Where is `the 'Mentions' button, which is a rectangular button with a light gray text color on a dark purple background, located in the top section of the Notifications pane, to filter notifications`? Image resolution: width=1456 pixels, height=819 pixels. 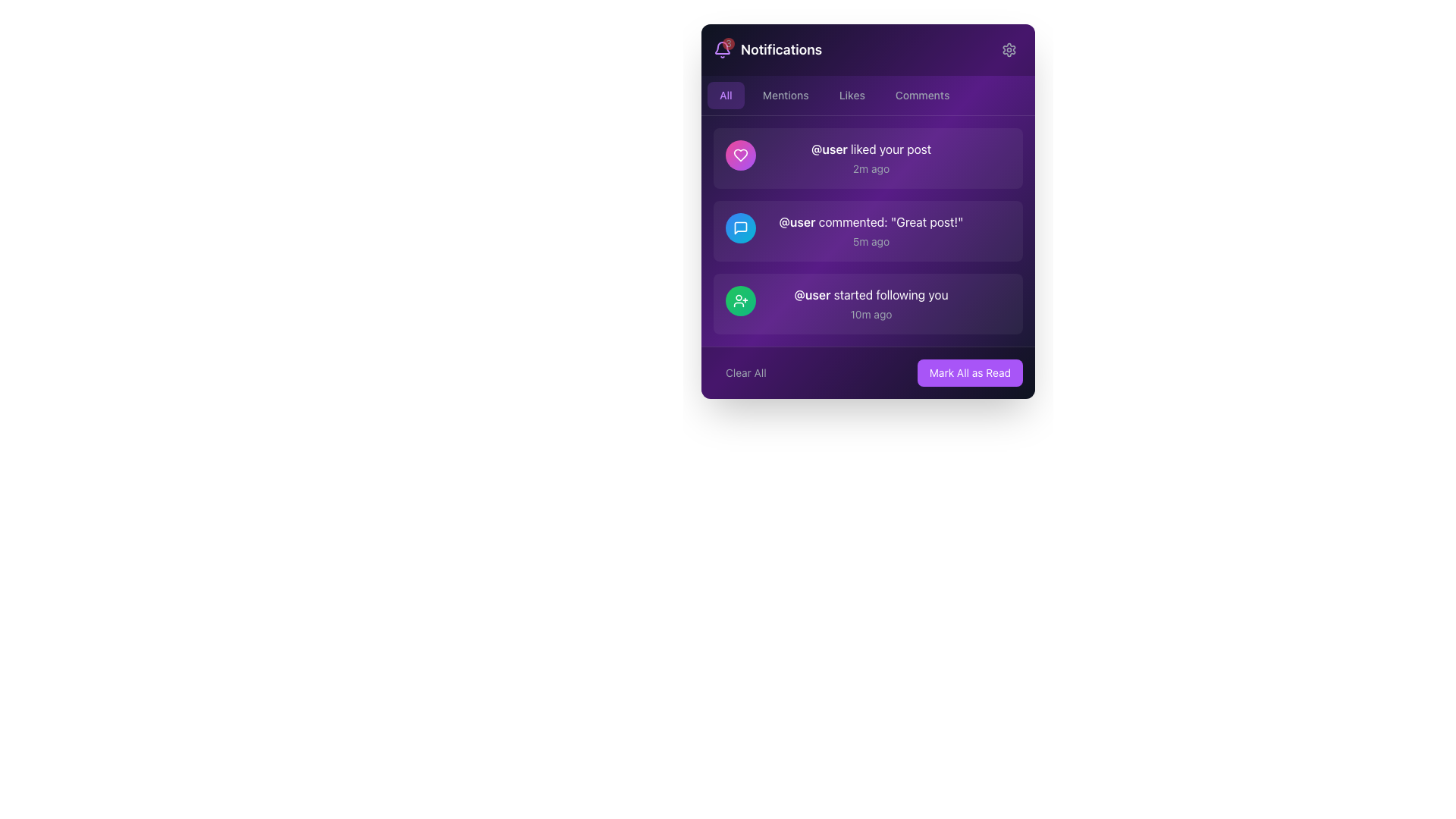
the 'Mentions' button, which is a rectangular button with a light gray text color on a dark purple background, located in the top section of the Notifications pane, to filter notifications is located at coordinates (786, 96).